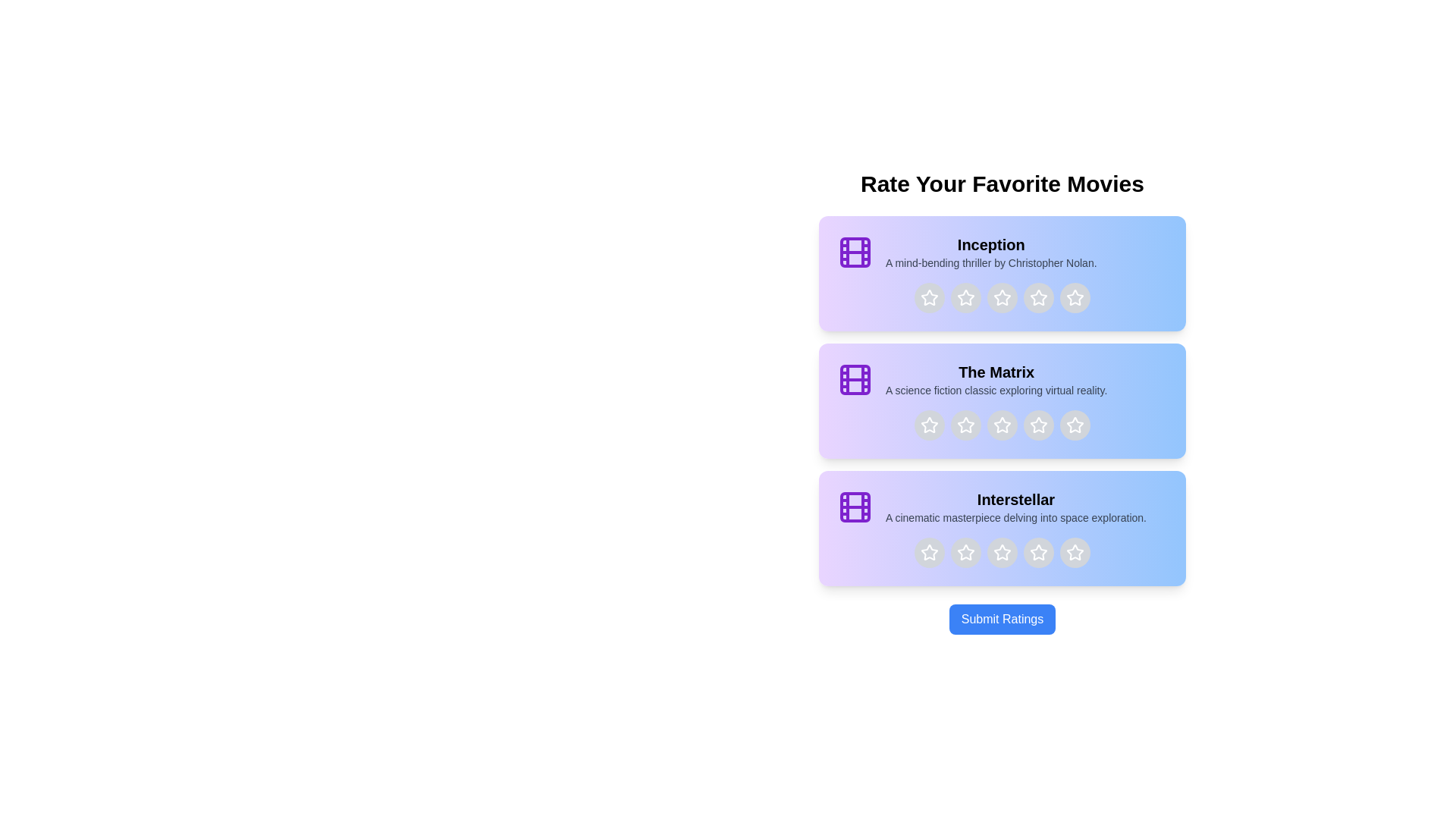 The image size is (1456, 819). Describe the element at coordinates (1002, 620) in the screenshot. I see `the 'Submit Ratings' button` at that location.